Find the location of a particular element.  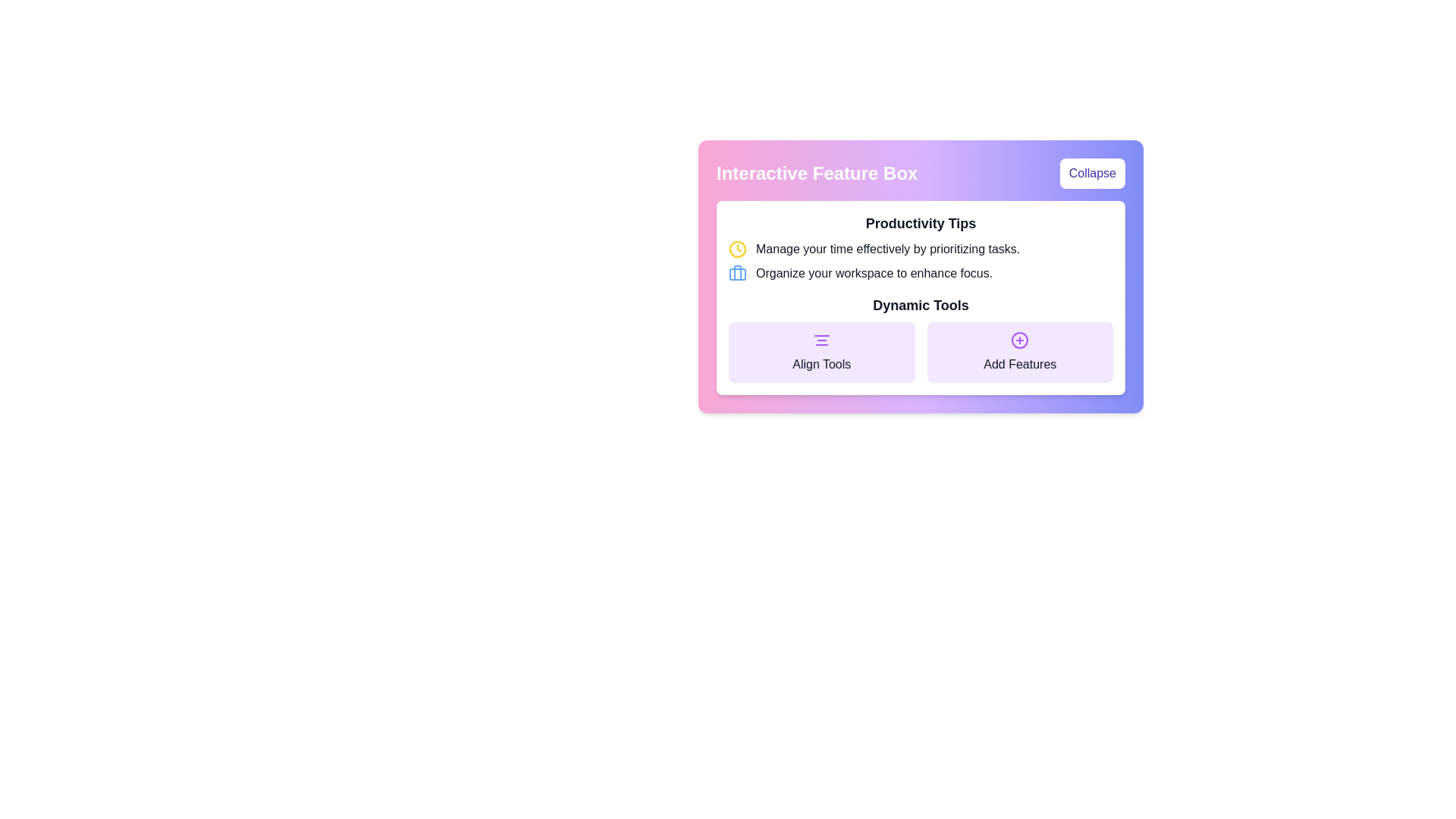

the 'Collapse' button with indigo text on a white background is located at coordinates (1092, 172).